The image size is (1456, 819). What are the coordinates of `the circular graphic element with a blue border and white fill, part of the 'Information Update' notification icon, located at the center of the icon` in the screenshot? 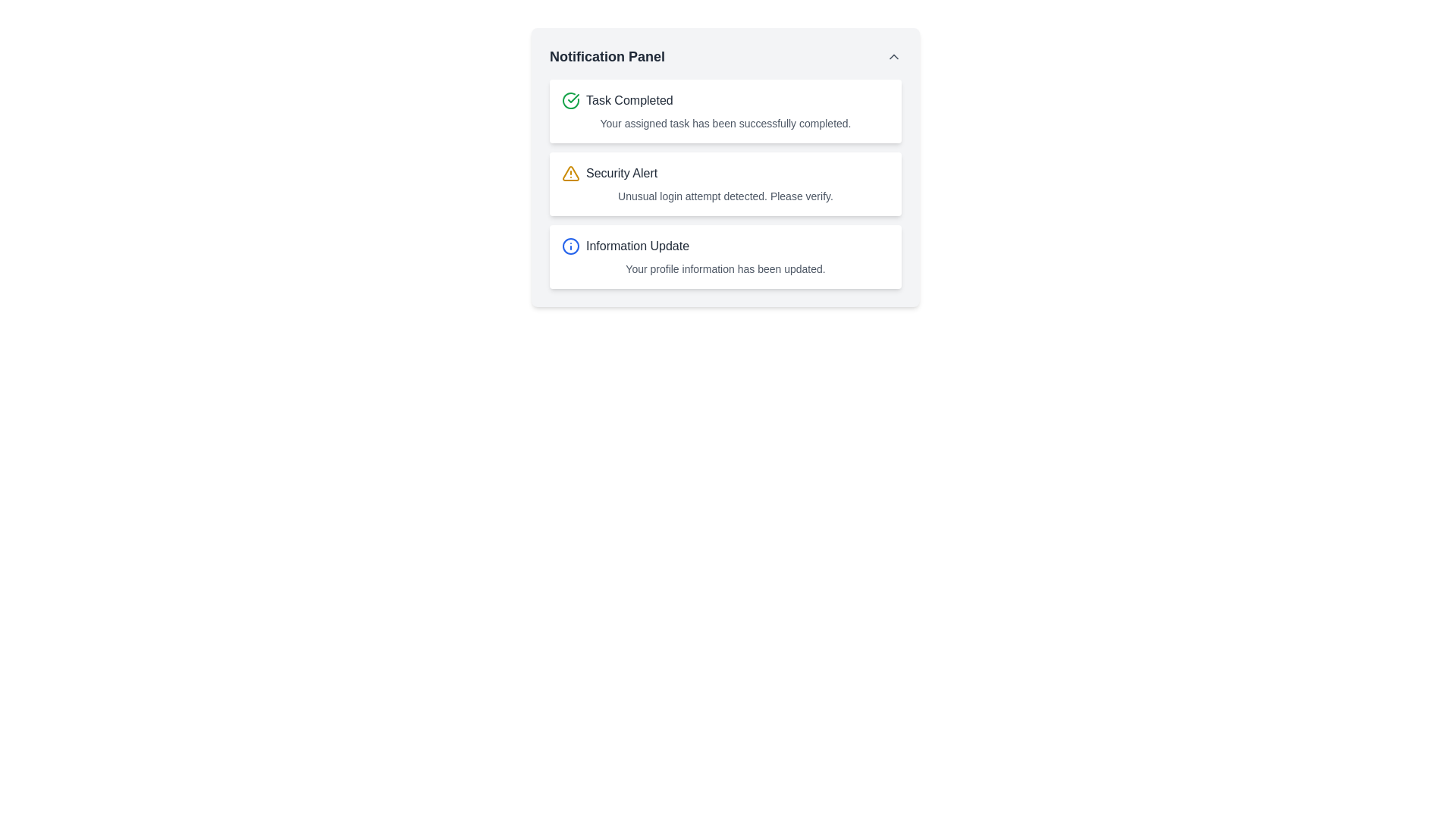 It's located at (570, 245).